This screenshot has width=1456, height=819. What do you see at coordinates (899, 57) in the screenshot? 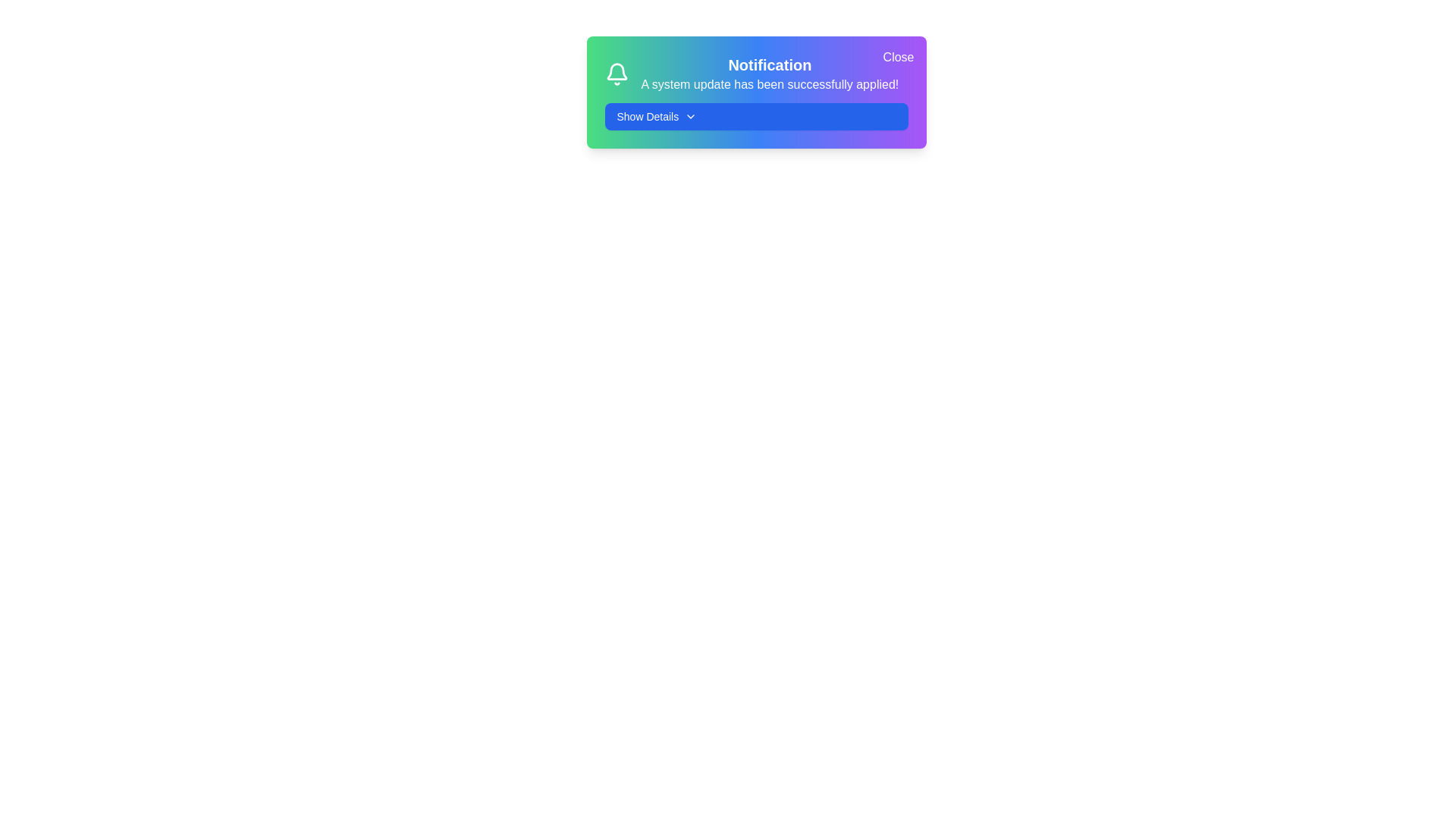
I see `the 'Close' button to dismiss the notification` at bounding box center [899, 57].